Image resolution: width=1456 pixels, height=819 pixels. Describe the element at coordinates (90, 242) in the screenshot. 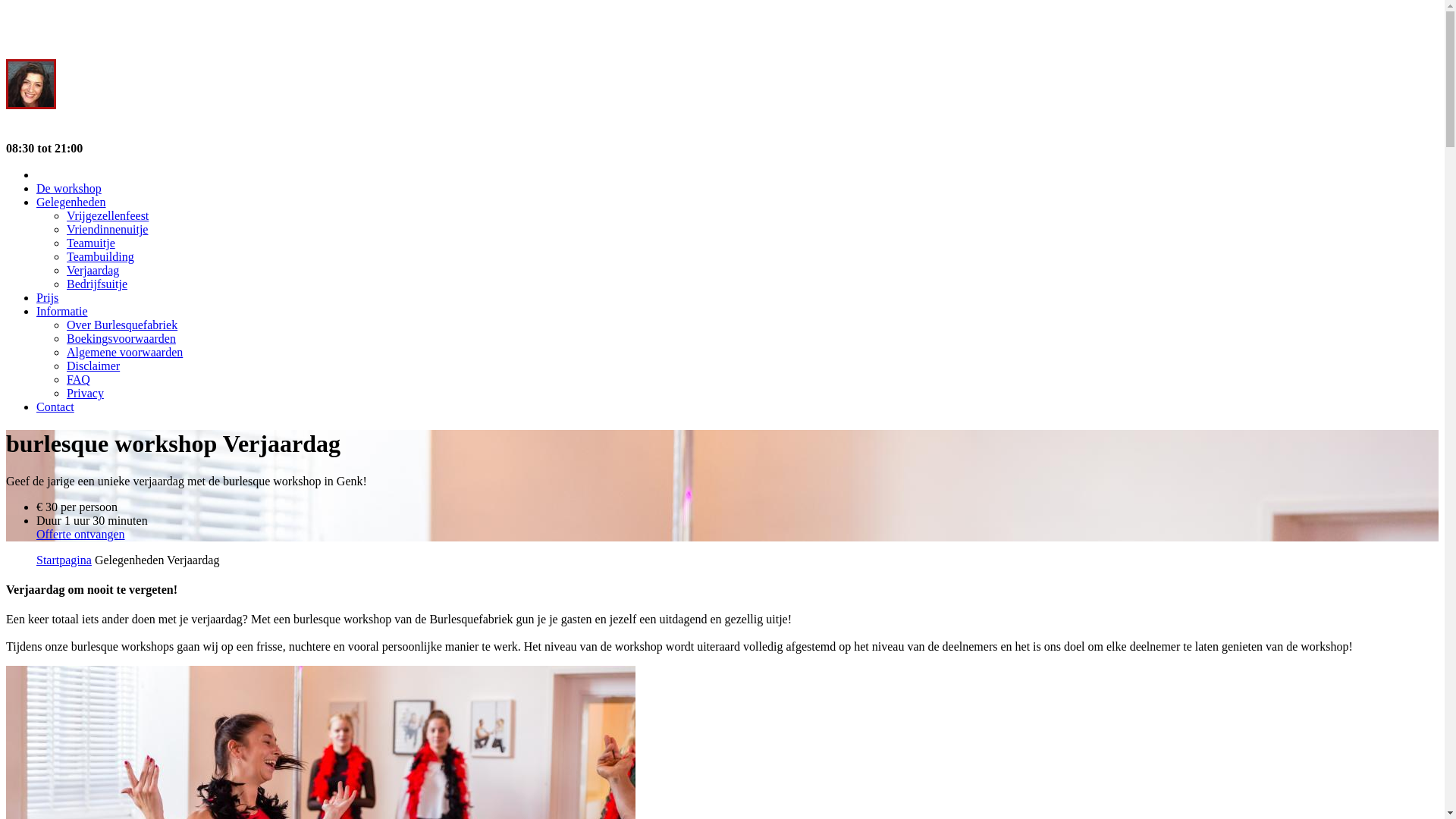

I see `'Teamuitje'` at that location.